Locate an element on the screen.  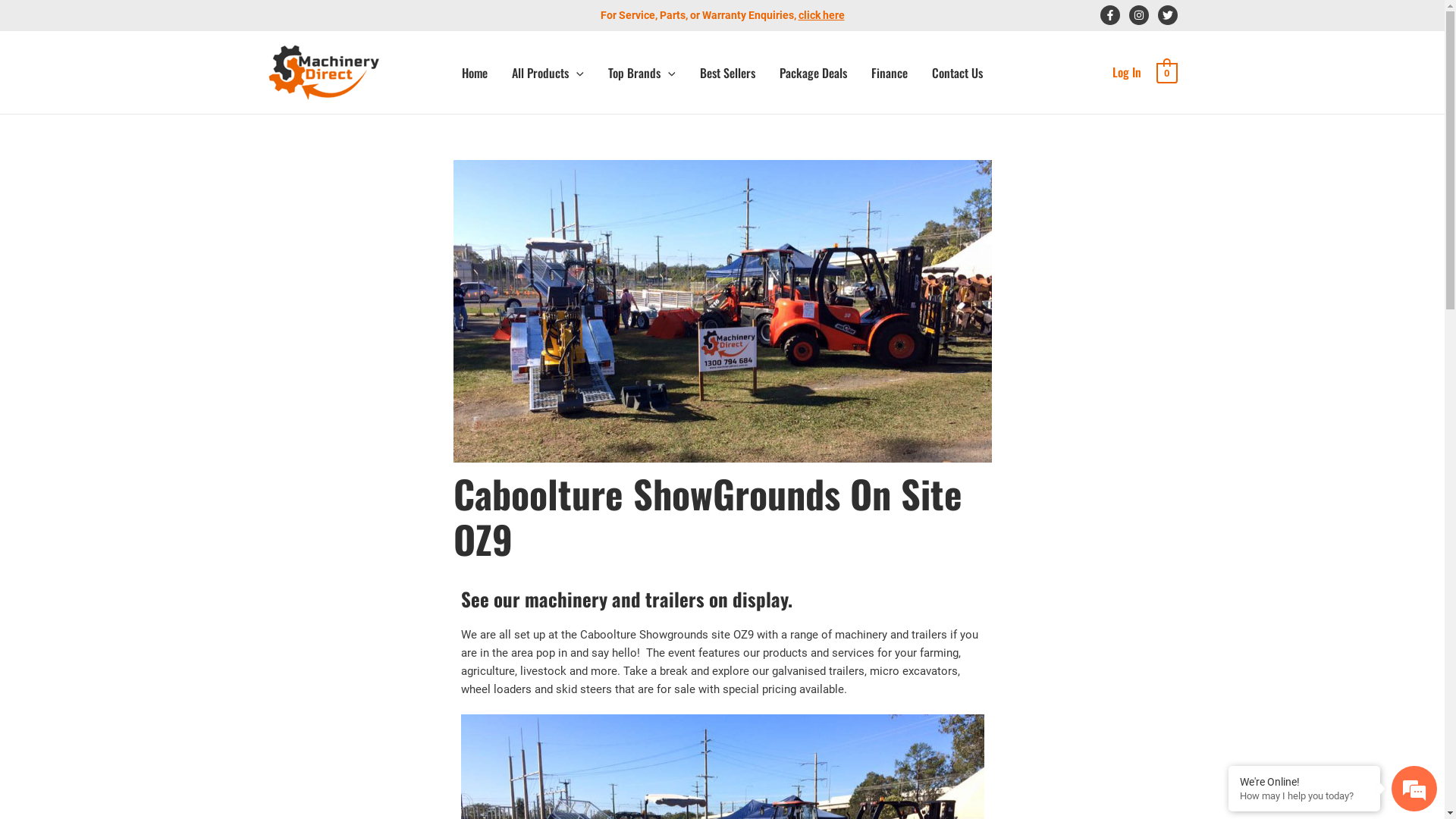
'0' is located at coordinates (1156, 72).